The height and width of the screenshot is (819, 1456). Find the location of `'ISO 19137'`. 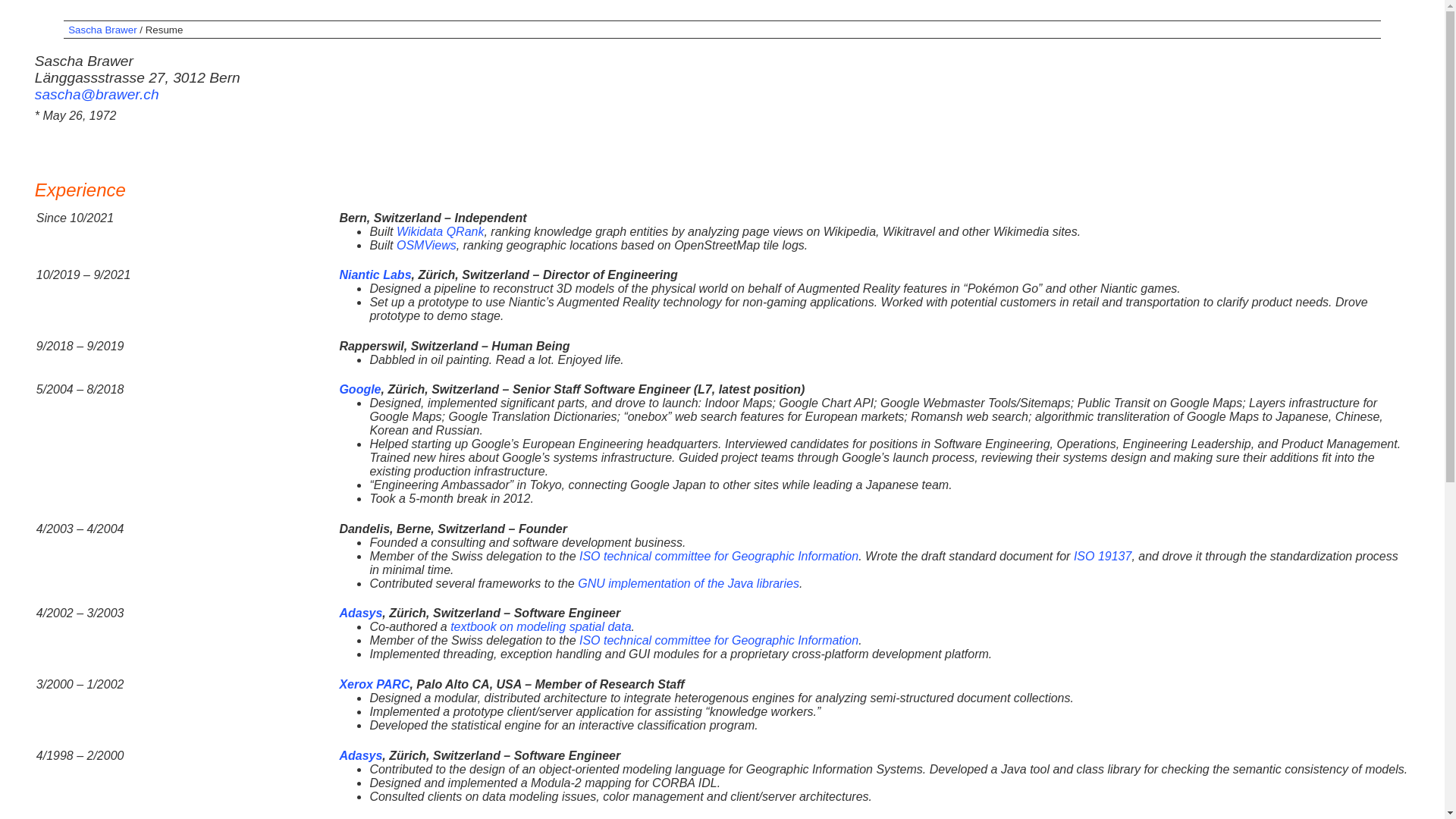

'ISO 19137' is located at coordinates (1103, 556).